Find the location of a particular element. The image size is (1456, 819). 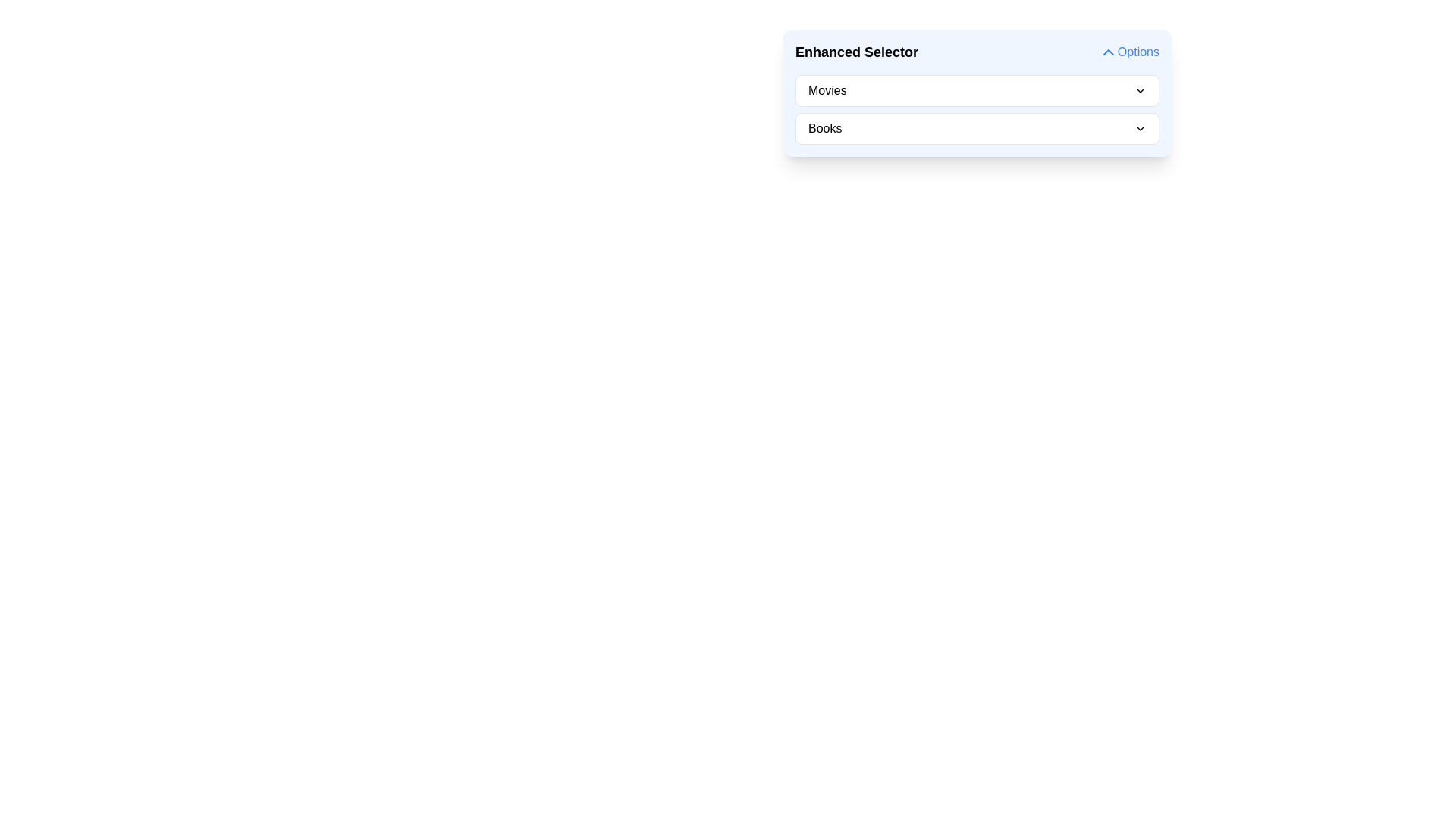

the 'Books' dropdown menu item, which is the second item in the vertical list of options is located at coordinates (977, 127).